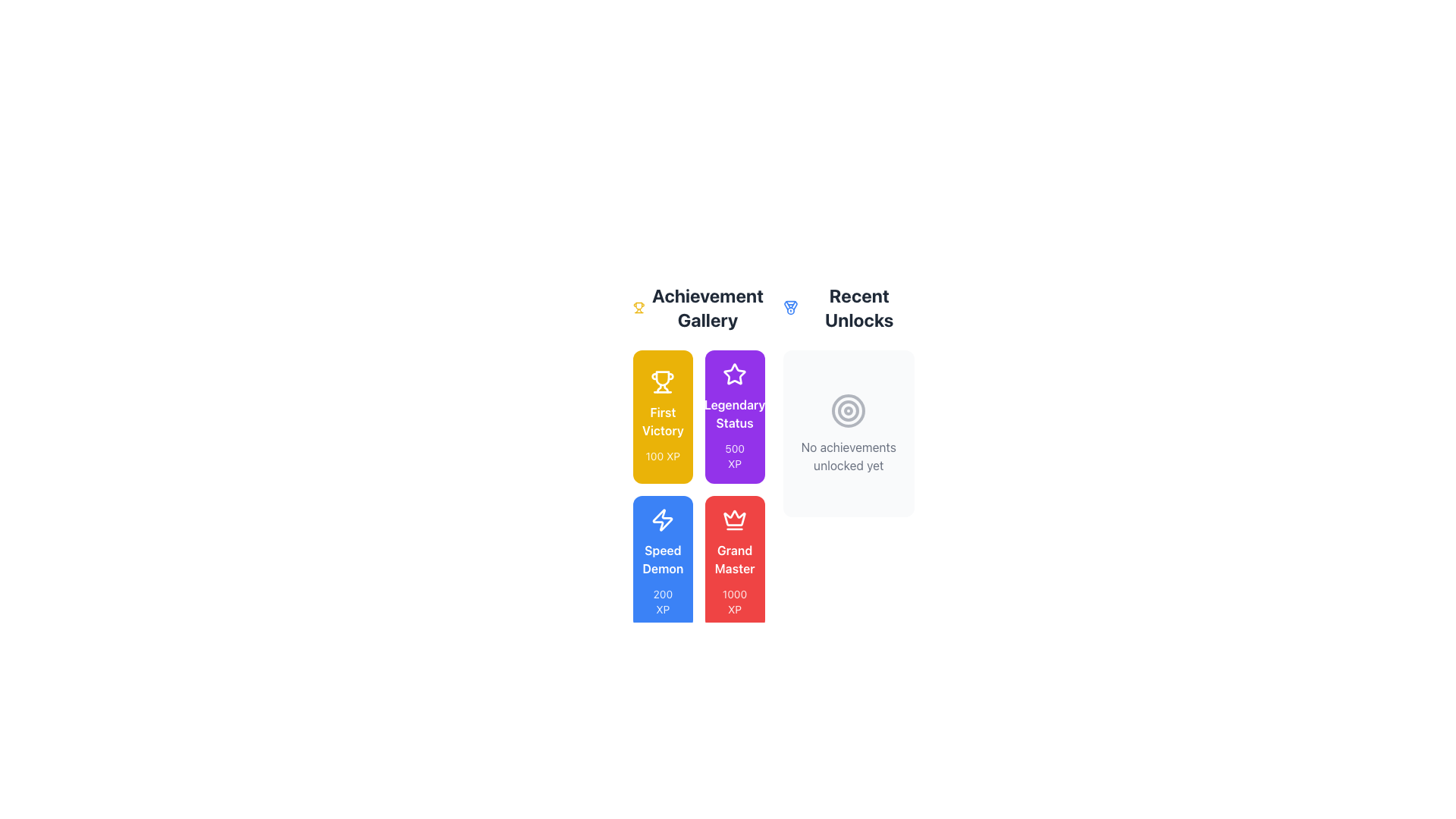 The height and width of the screenshot is (819, 1456). What do you see at coordinates (663, 519) in the screenshot?
I see `the lightning-shaped icon outlined in blue, which represents the 'Speed Demon' achievement in the Achievement Gallery` at bounding box center [663, 519].